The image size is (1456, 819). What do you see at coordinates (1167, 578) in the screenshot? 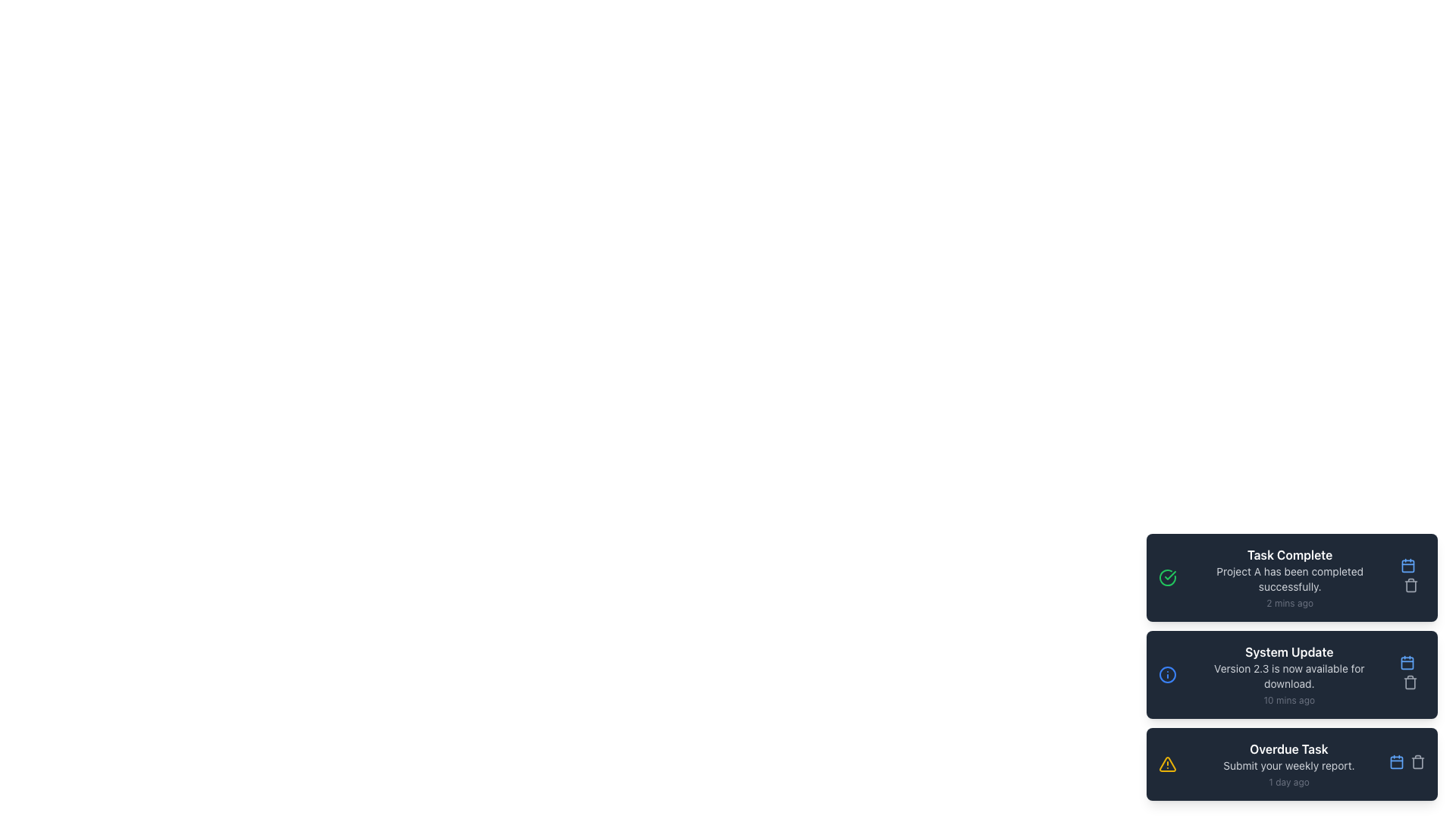
I see `the non-interactive status indicator icon located in the upper-left region of the first notification card, preceding the 'Task Complete' text` at bounding box center [1167, 578].